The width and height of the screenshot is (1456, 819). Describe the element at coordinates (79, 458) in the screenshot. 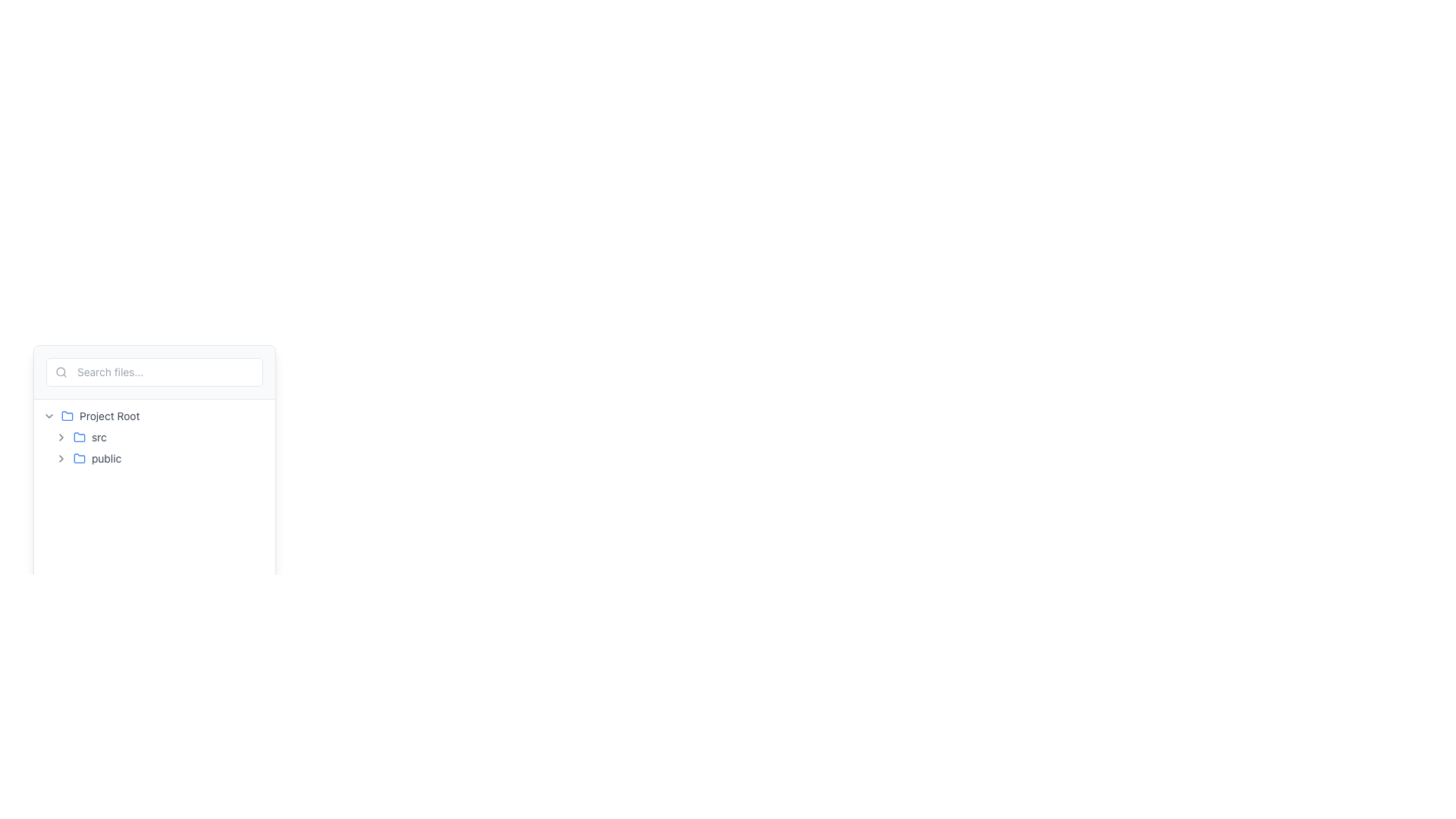

I see `the blue-colored folder icon with rounded edges, which is positioned left of the 'public' text label` at that location.